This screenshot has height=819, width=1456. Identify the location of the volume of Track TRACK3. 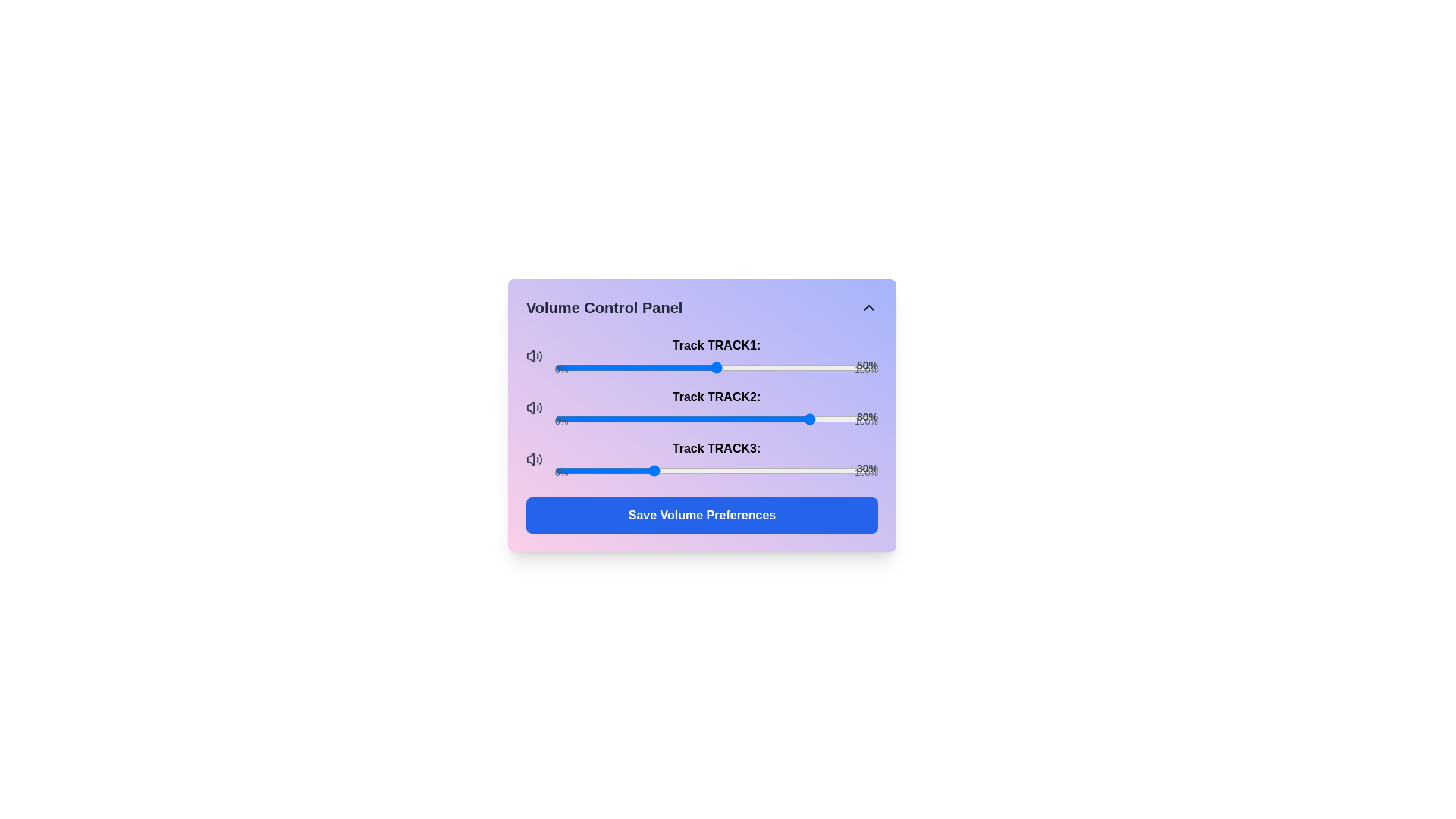
(563, 470).